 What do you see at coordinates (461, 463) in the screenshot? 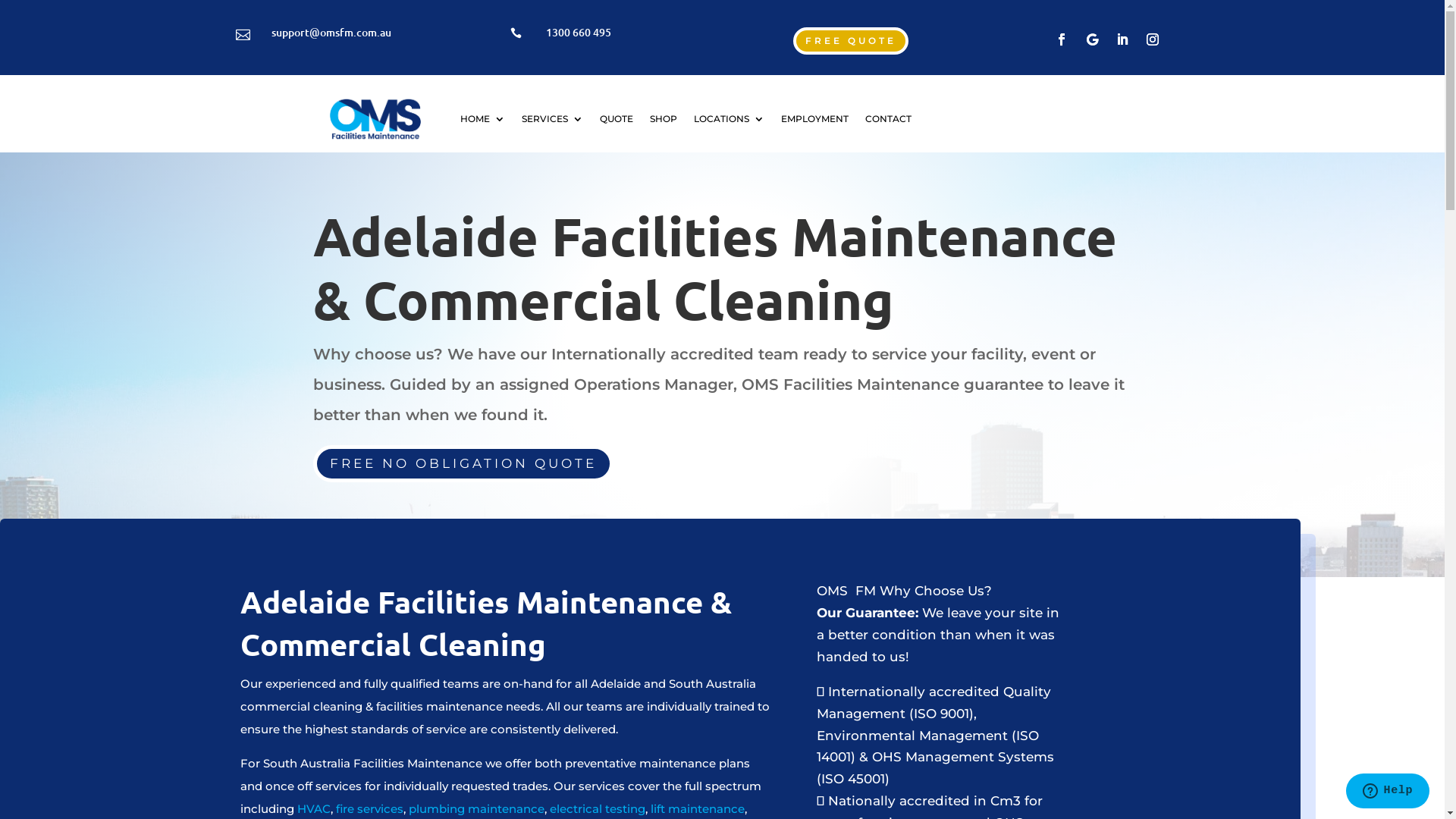
I see `'FREE NO OBLIGATION QUOTE'` at bounding box center [461, 463].